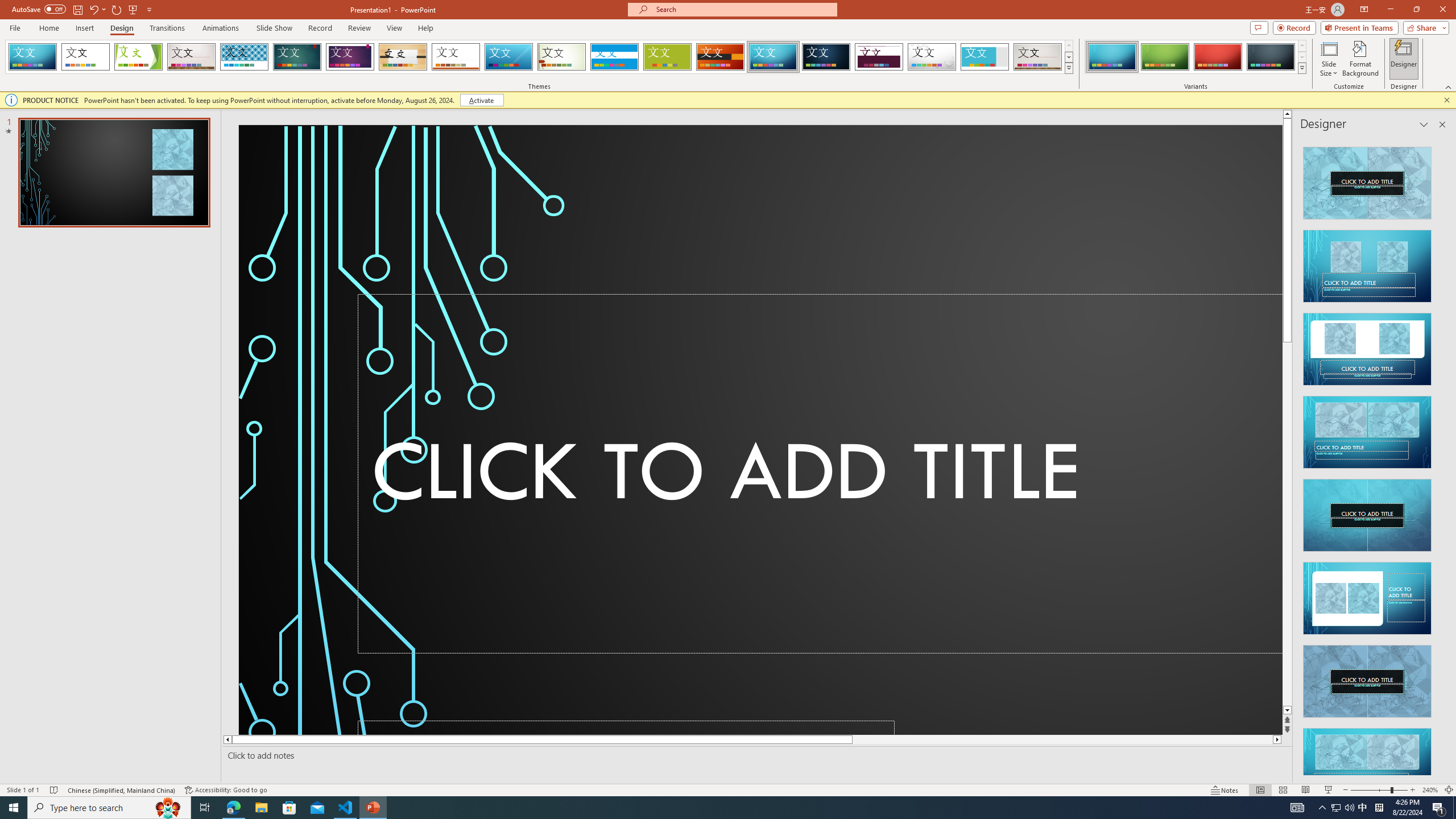  Describe the element at coordinates (1449, 87) in the screenshot. I see `'Collapse the Ribbon'` at that location.